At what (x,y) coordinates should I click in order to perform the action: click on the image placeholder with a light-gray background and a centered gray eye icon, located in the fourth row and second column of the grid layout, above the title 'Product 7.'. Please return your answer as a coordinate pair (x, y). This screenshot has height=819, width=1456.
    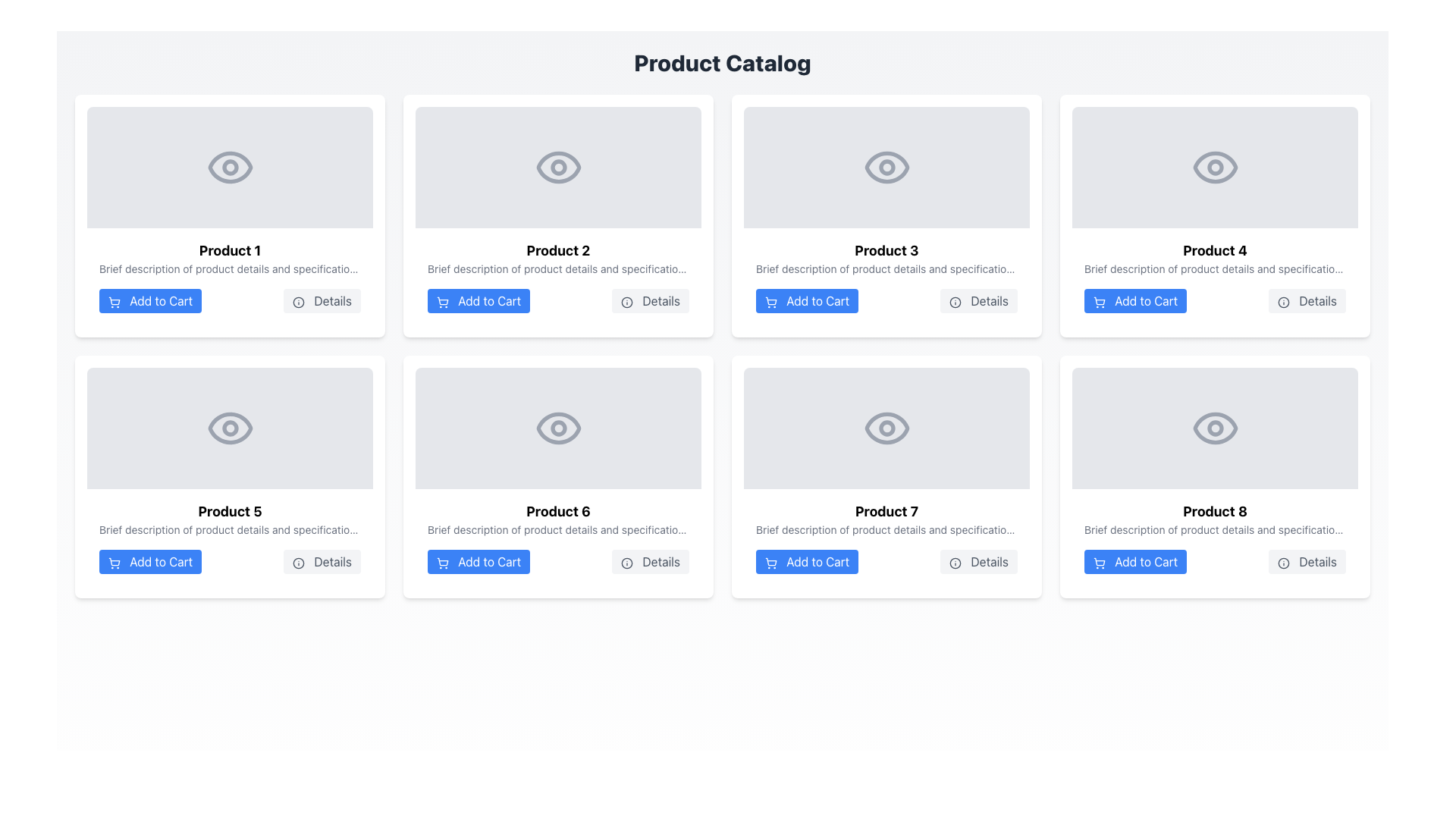
    Looking at the image, I should click on (886, 428).